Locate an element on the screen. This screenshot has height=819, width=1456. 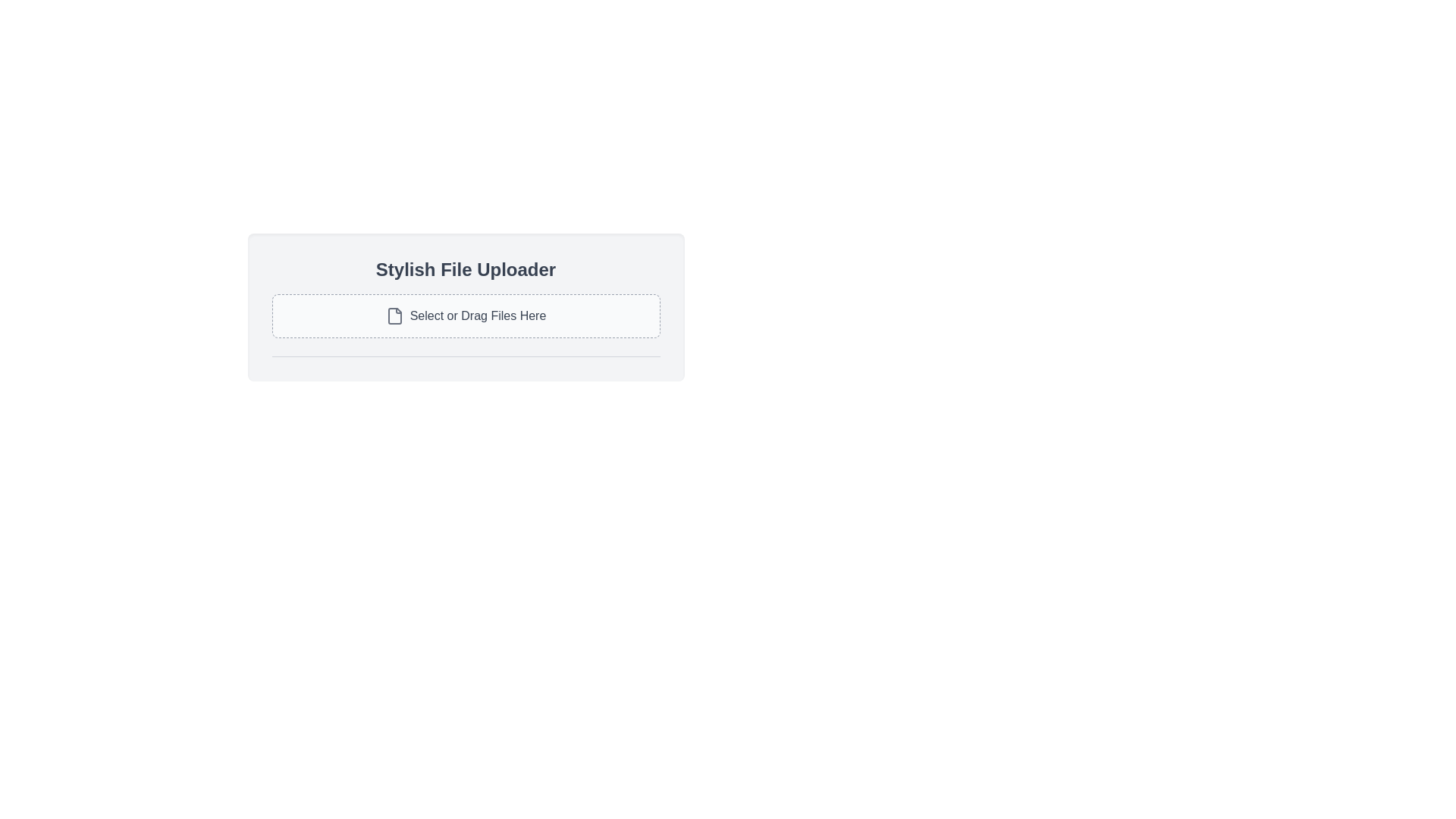
the file upload area located in the center of the interface, positioned below the 'Stylish File Uploader' text and above a horizontal line is located at coordinates (465, 315).